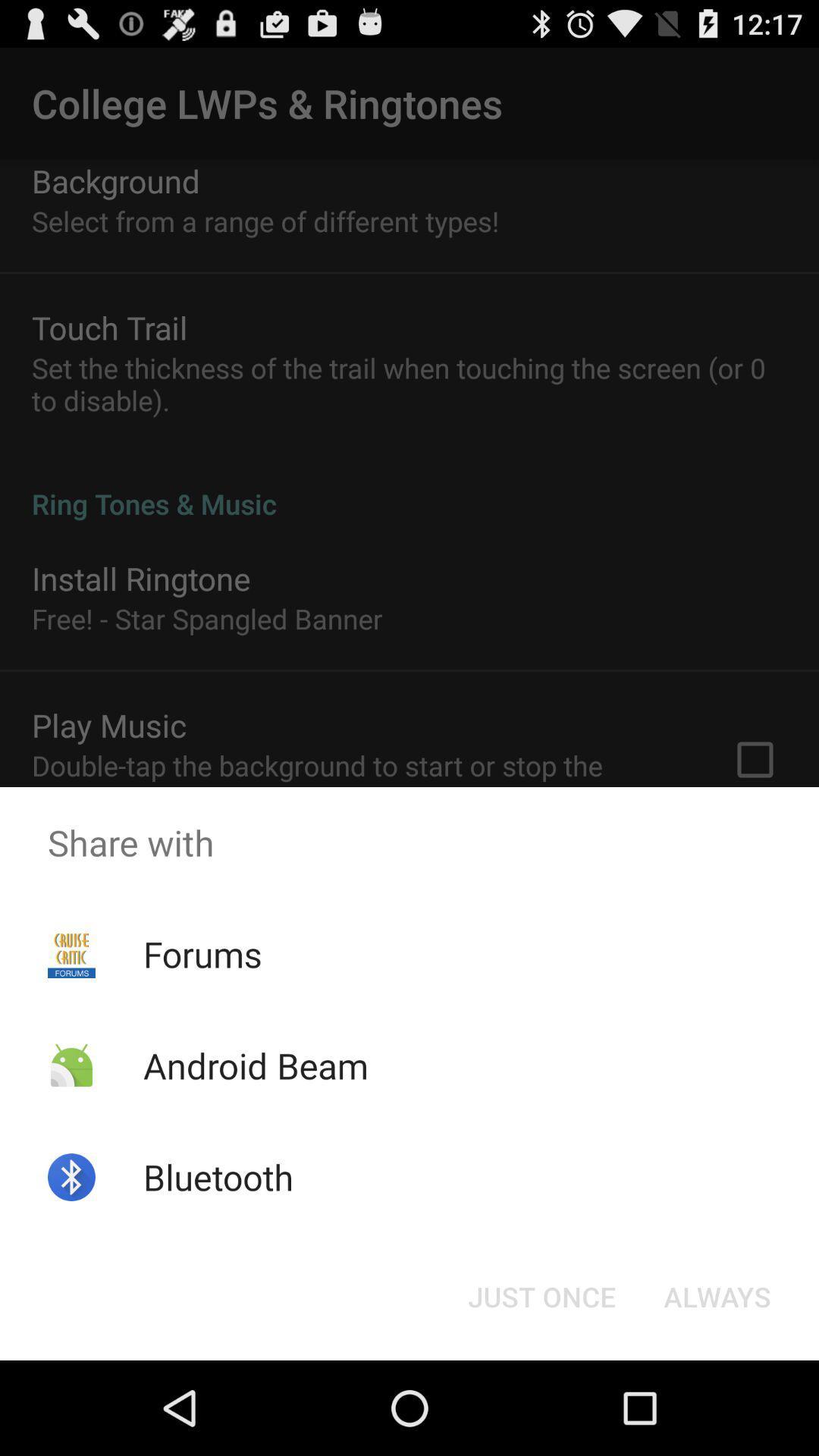 The image size is (819, 1456). Describe the element at coordinates (255, 1065) in the screenshot. I see `android beam` at that location.